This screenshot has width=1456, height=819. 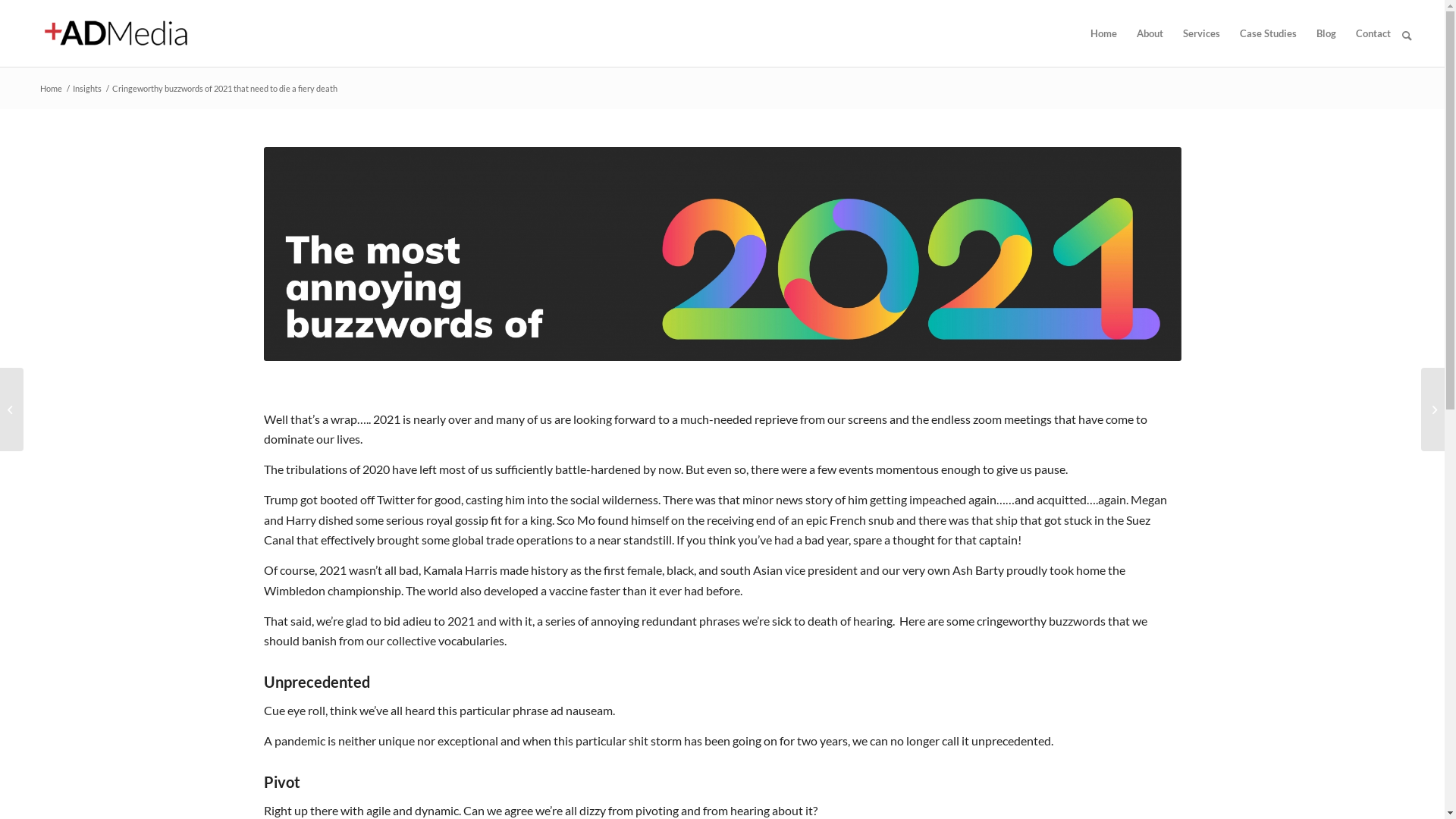 What do you see at coordinates (1325, 33) in the screenshot?
I see `'Blog'` at bounding box center [1325, 33].